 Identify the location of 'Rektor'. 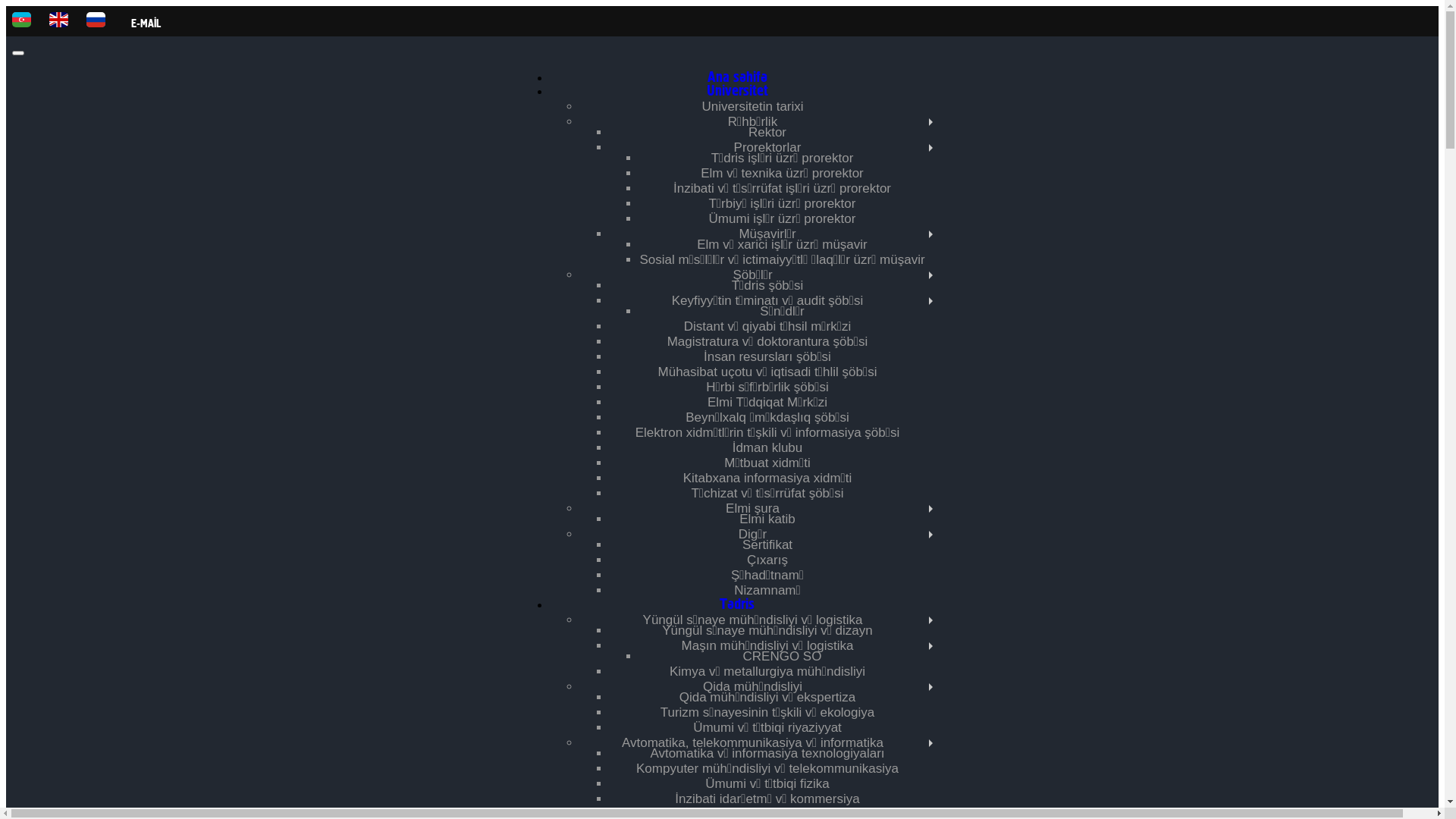
(767, 131).